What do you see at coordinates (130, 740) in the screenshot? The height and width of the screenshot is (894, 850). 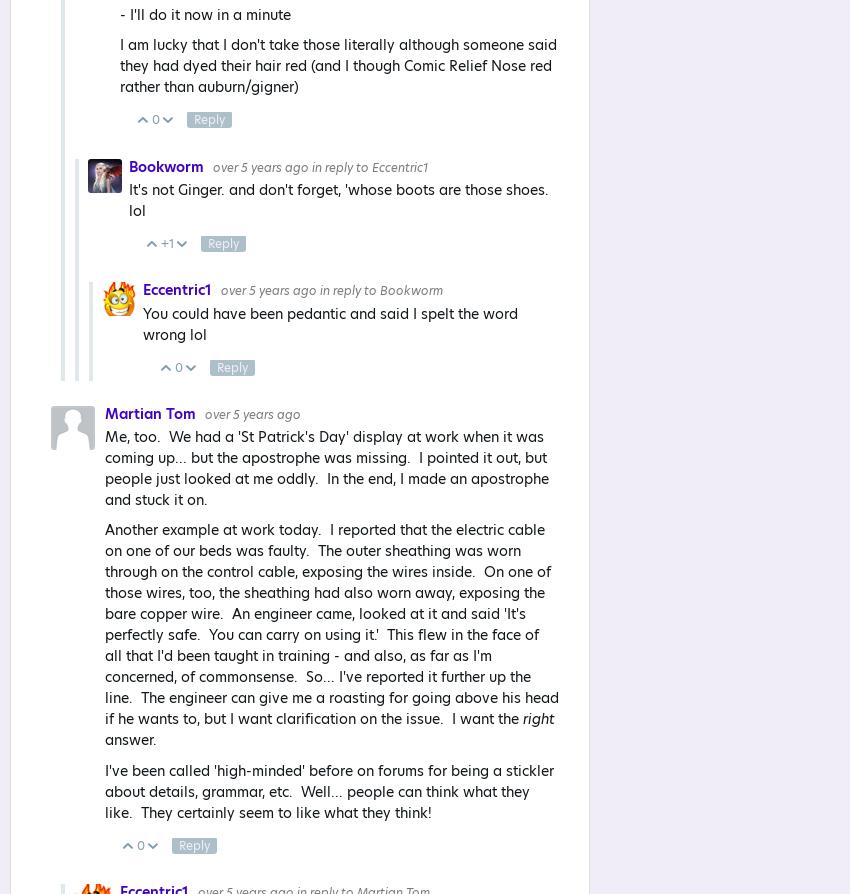 I see `'answer.'` at bounding box center [130, 740].